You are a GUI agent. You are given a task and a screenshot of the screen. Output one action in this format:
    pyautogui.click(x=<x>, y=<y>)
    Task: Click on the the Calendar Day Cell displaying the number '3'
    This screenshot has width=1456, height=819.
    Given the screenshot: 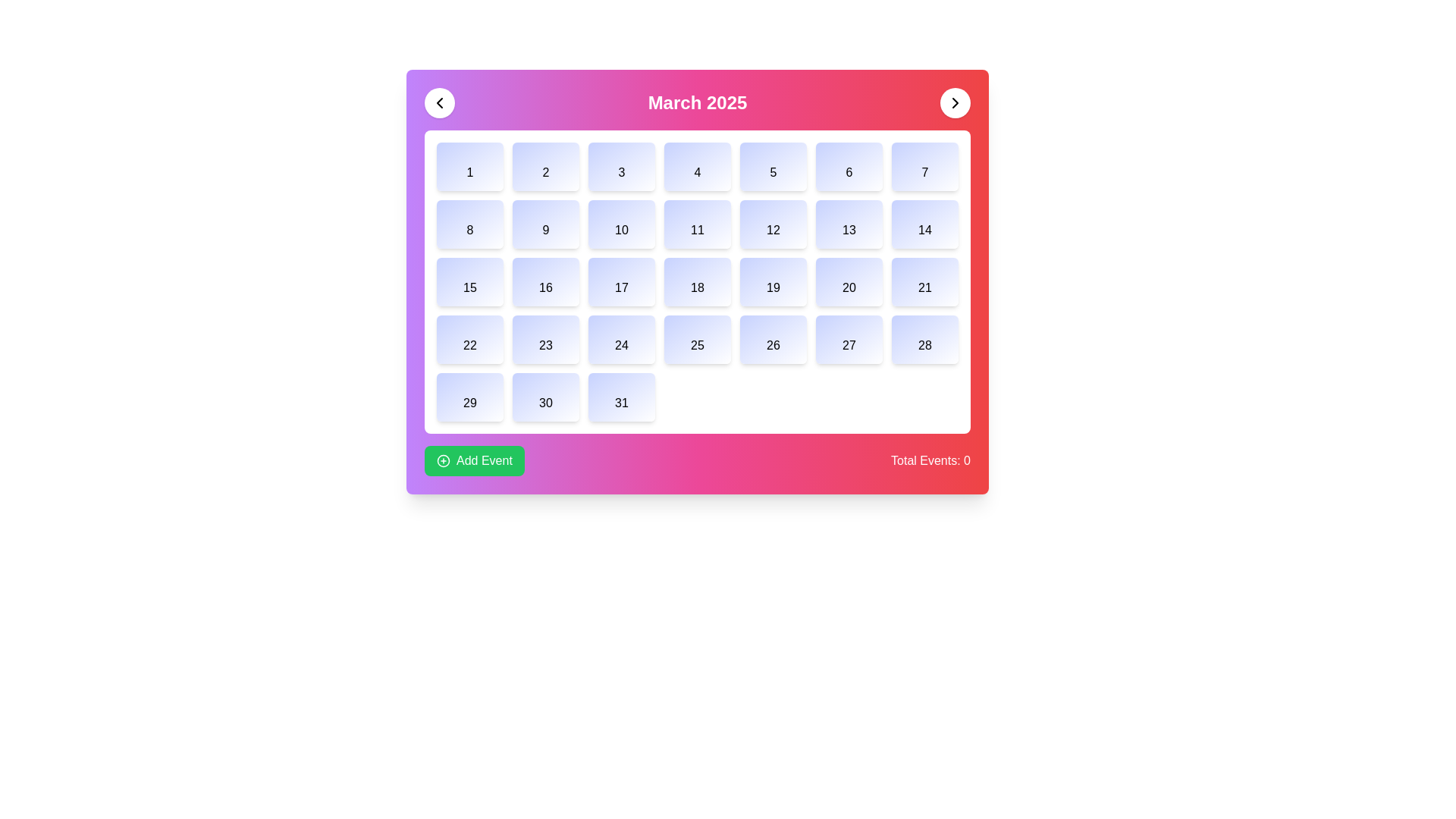 What is the action you would take?
    pyautogui.click(x=622, y=166)
    